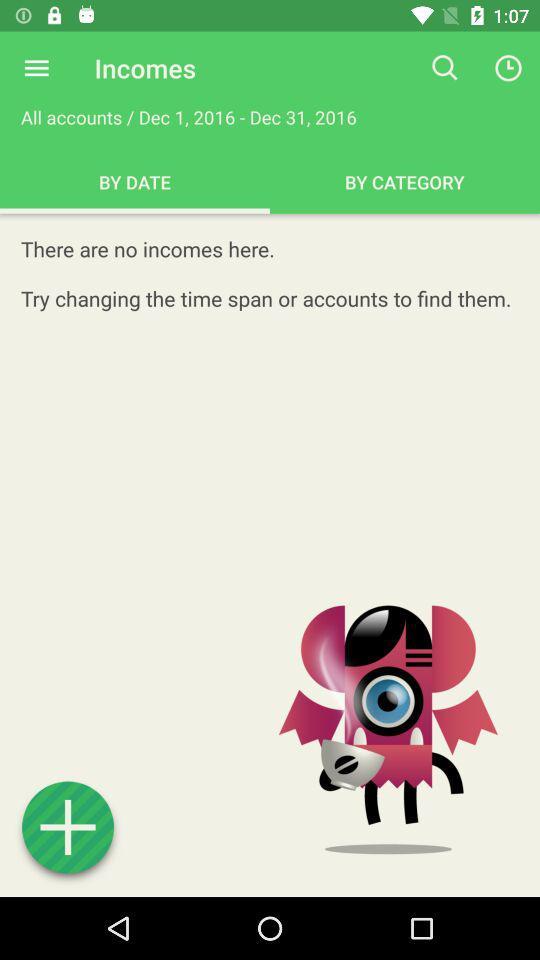  I want to click on item above the by category item, so click(445, 68).